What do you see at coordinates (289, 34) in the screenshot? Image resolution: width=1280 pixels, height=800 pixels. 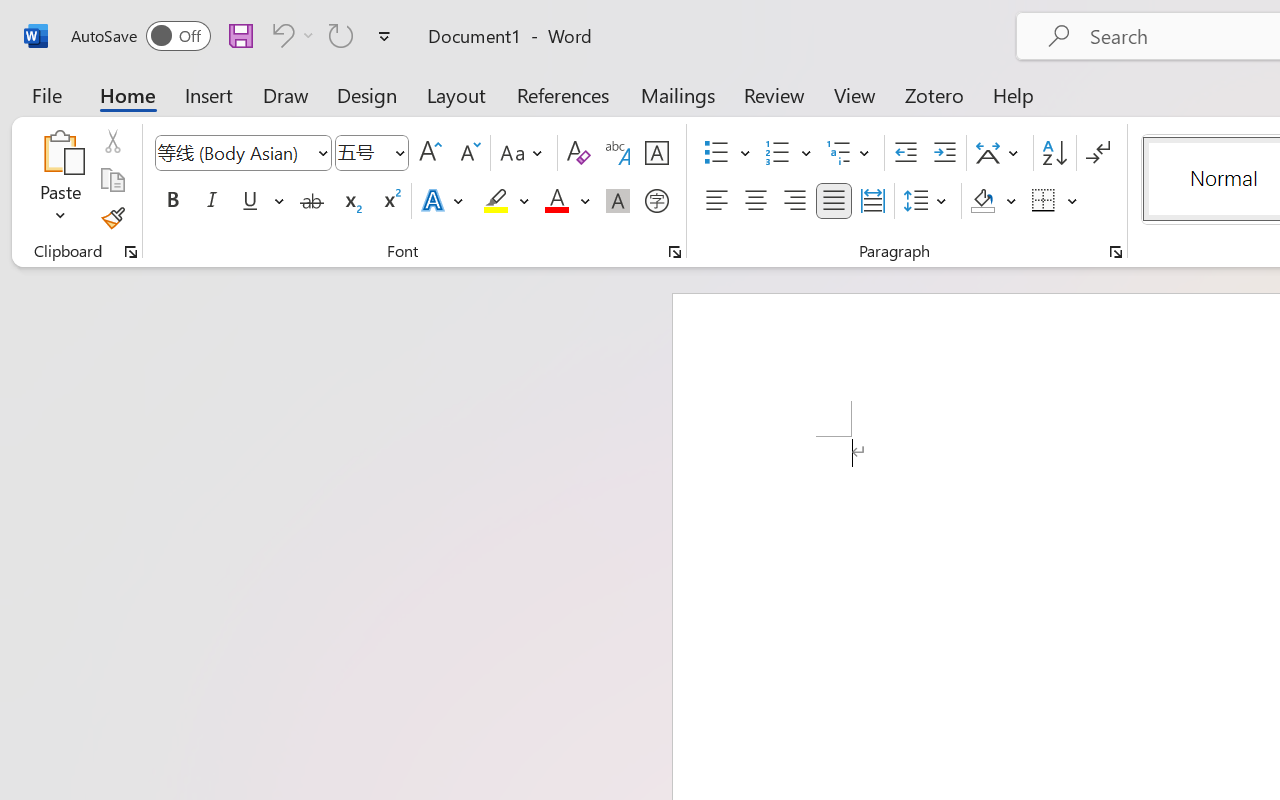 I see `'Can'` at bounding box center [289, 34].